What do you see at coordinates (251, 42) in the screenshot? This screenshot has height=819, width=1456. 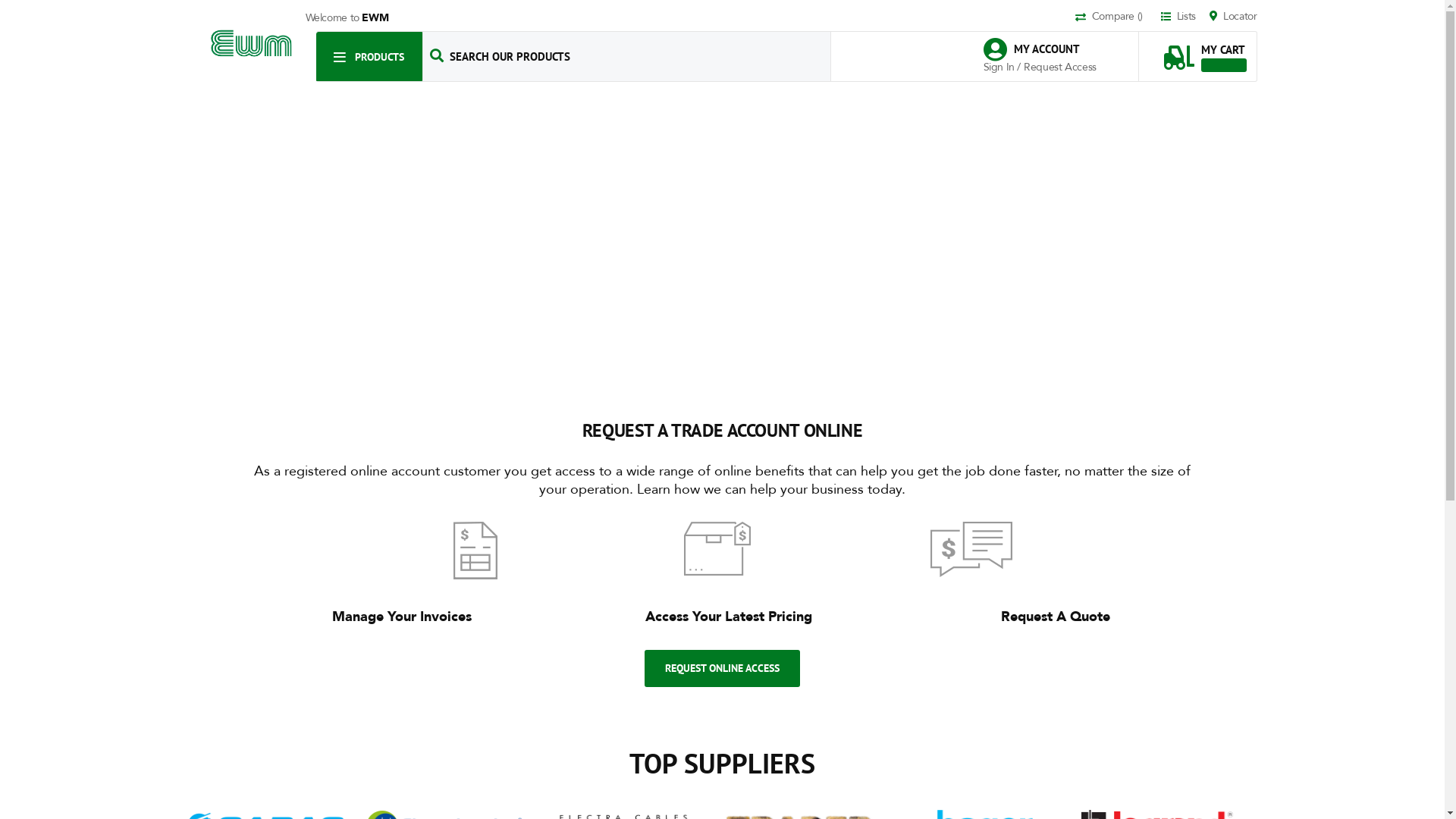 I see `'EWM Electrical'` at bounding box center [251, 42].